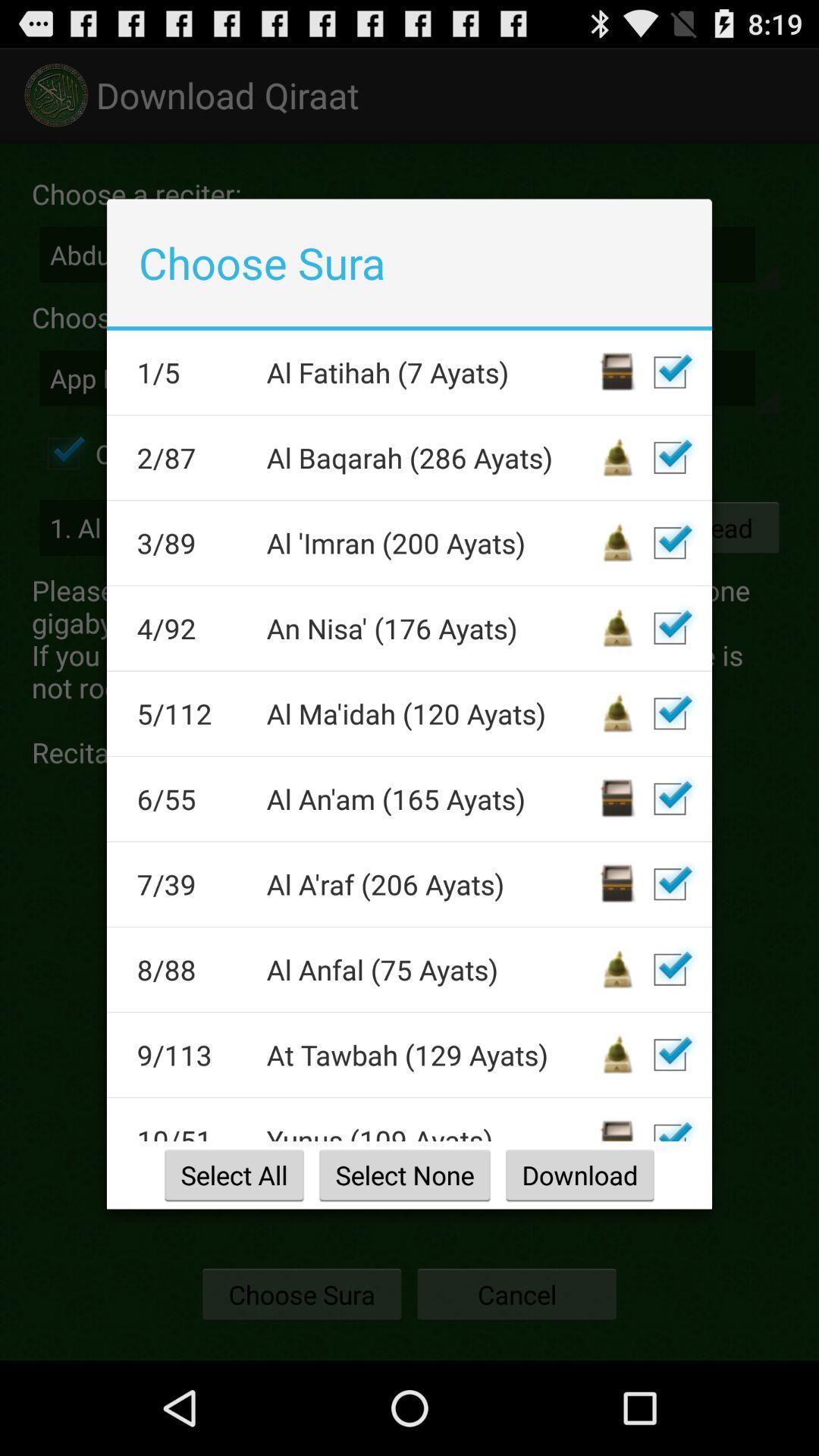  Describe the element at coordinates (669, 713) in the screenshot. I see `deselect` at that location.